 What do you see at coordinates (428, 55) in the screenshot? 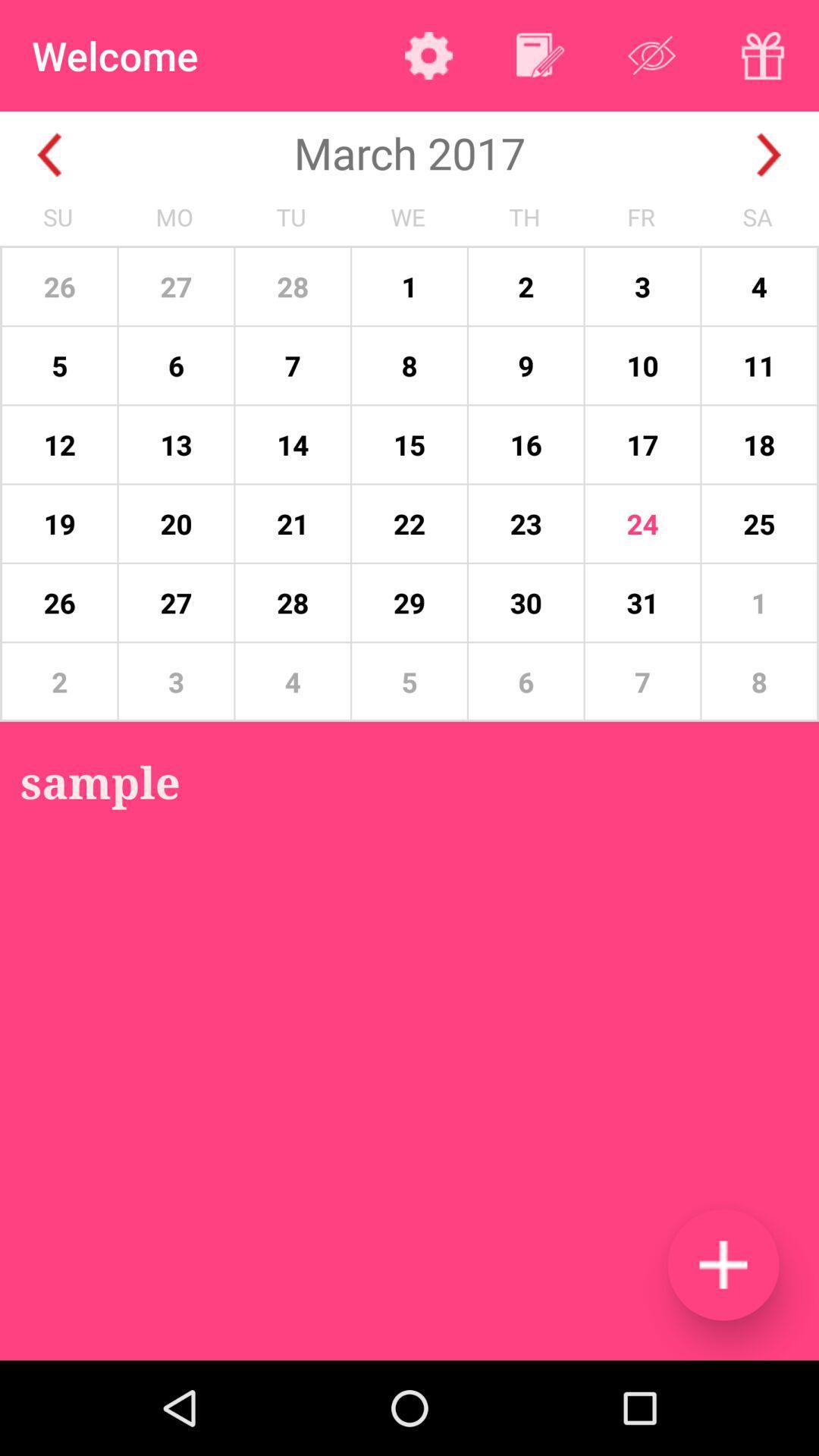
I see `settings wheel` at bounding box center [428, 55].